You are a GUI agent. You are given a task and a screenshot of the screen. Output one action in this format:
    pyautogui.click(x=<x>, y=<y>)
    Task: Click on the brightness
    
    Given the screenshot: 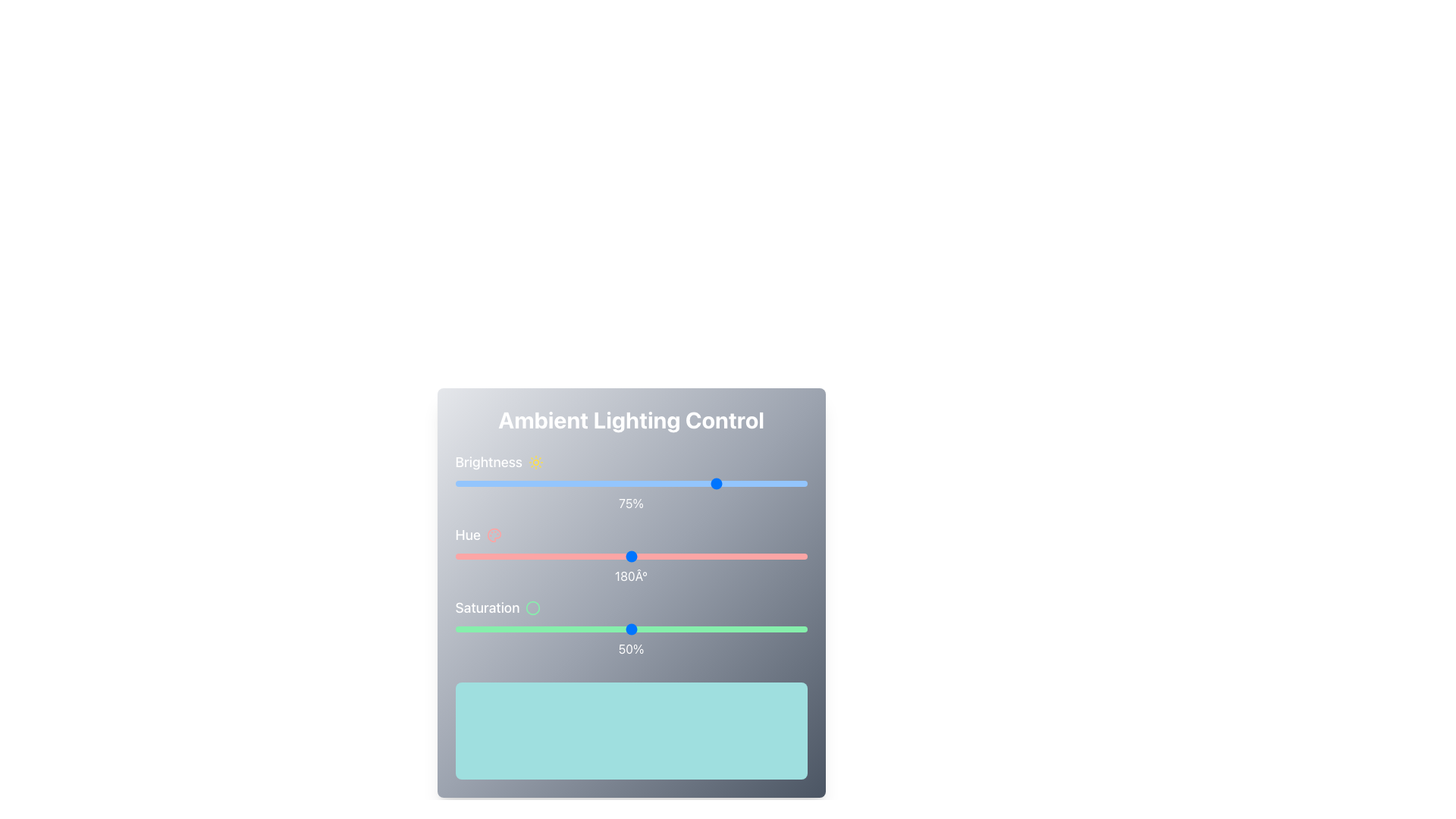 What is the action you would take?
    pyautogui.click(x=482, y=483)
    